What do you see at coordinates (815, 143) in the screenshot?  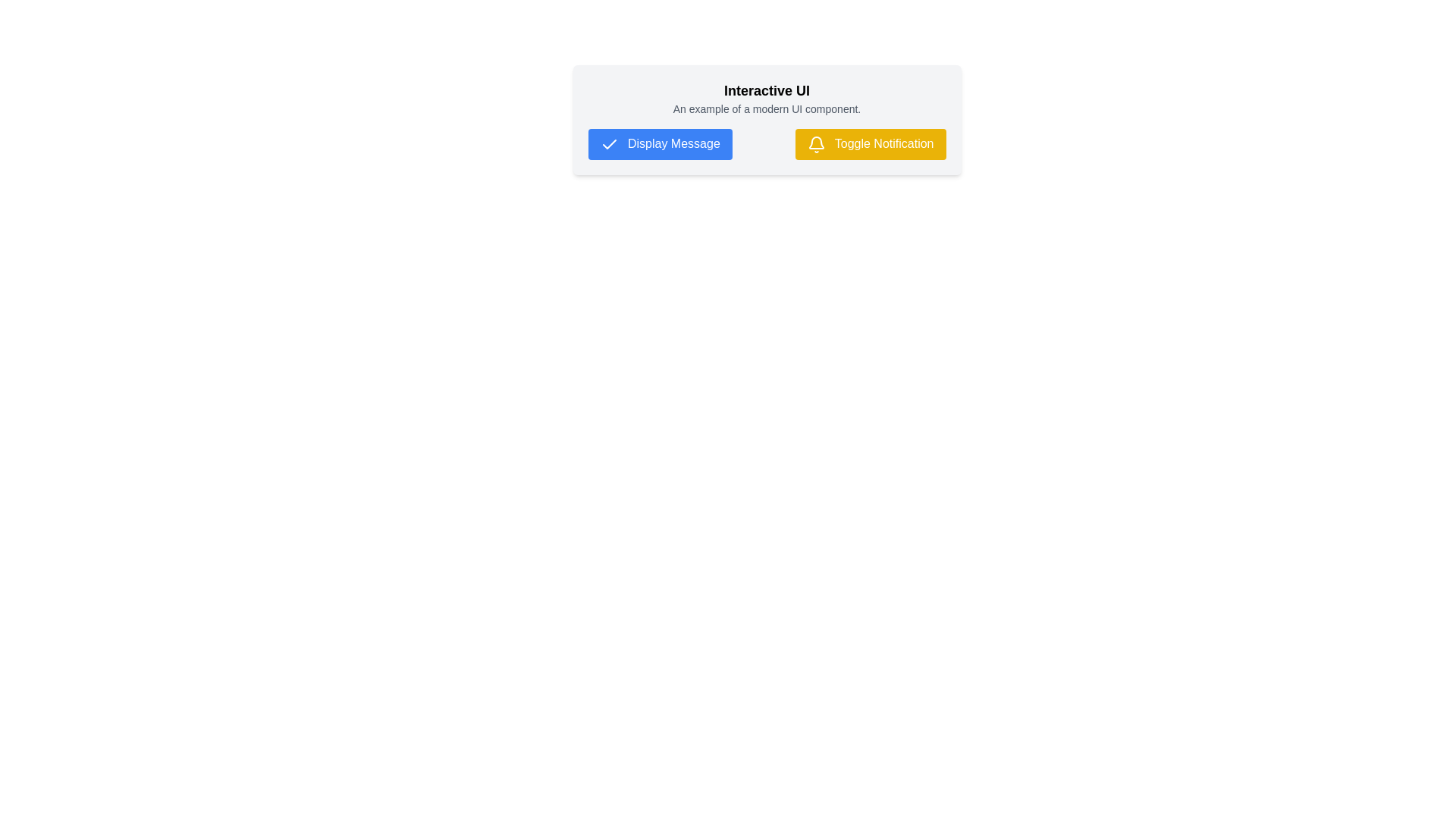 I see `the bell-shaped notification icon with a yellow fill and black outline, which is part of the 'Toggle Notification' button` at bounding box center [815, 143].